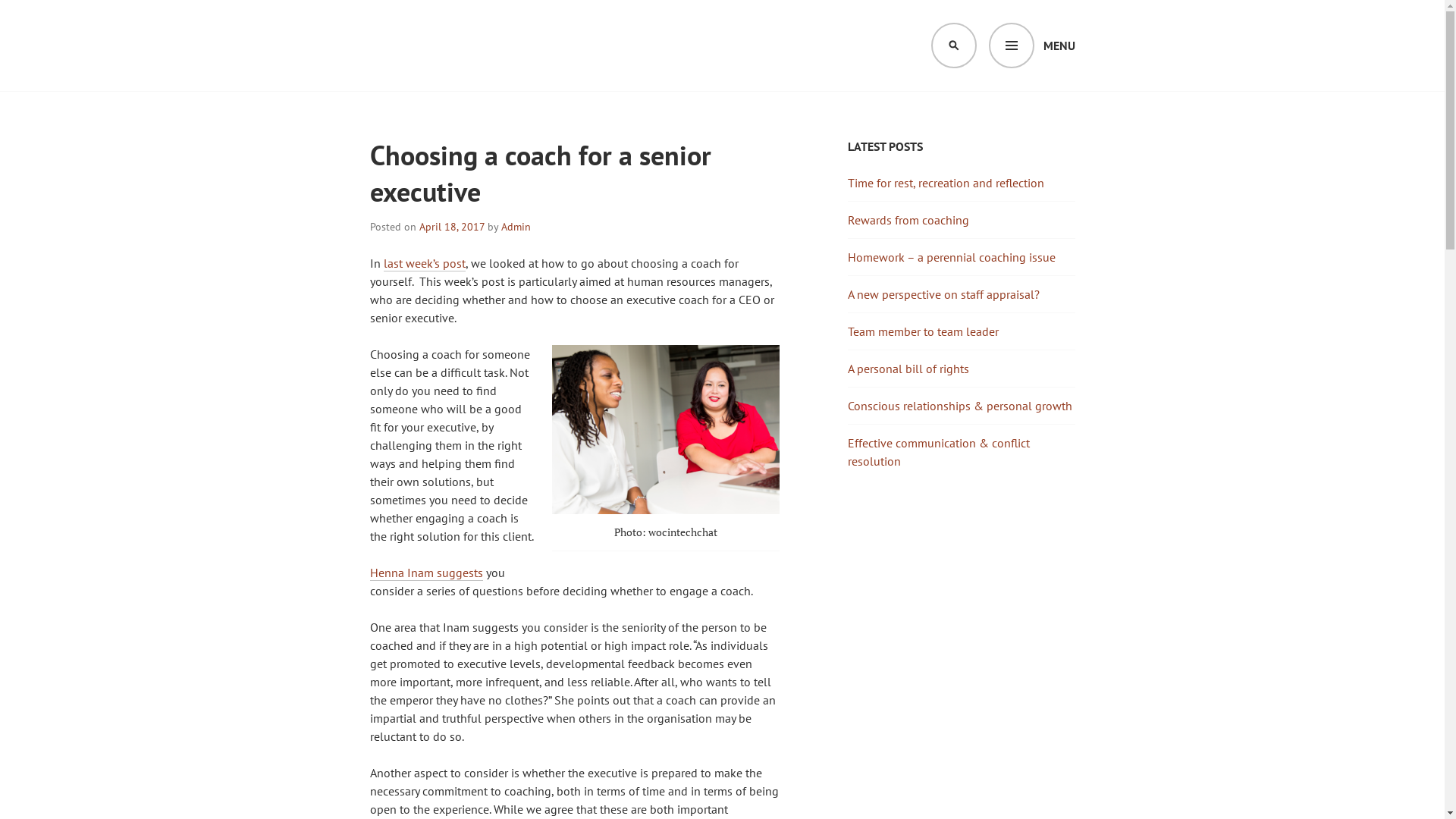  Describe the element at coordinates (515, 227) in the screenshot. I see `'Admin'` at that location.